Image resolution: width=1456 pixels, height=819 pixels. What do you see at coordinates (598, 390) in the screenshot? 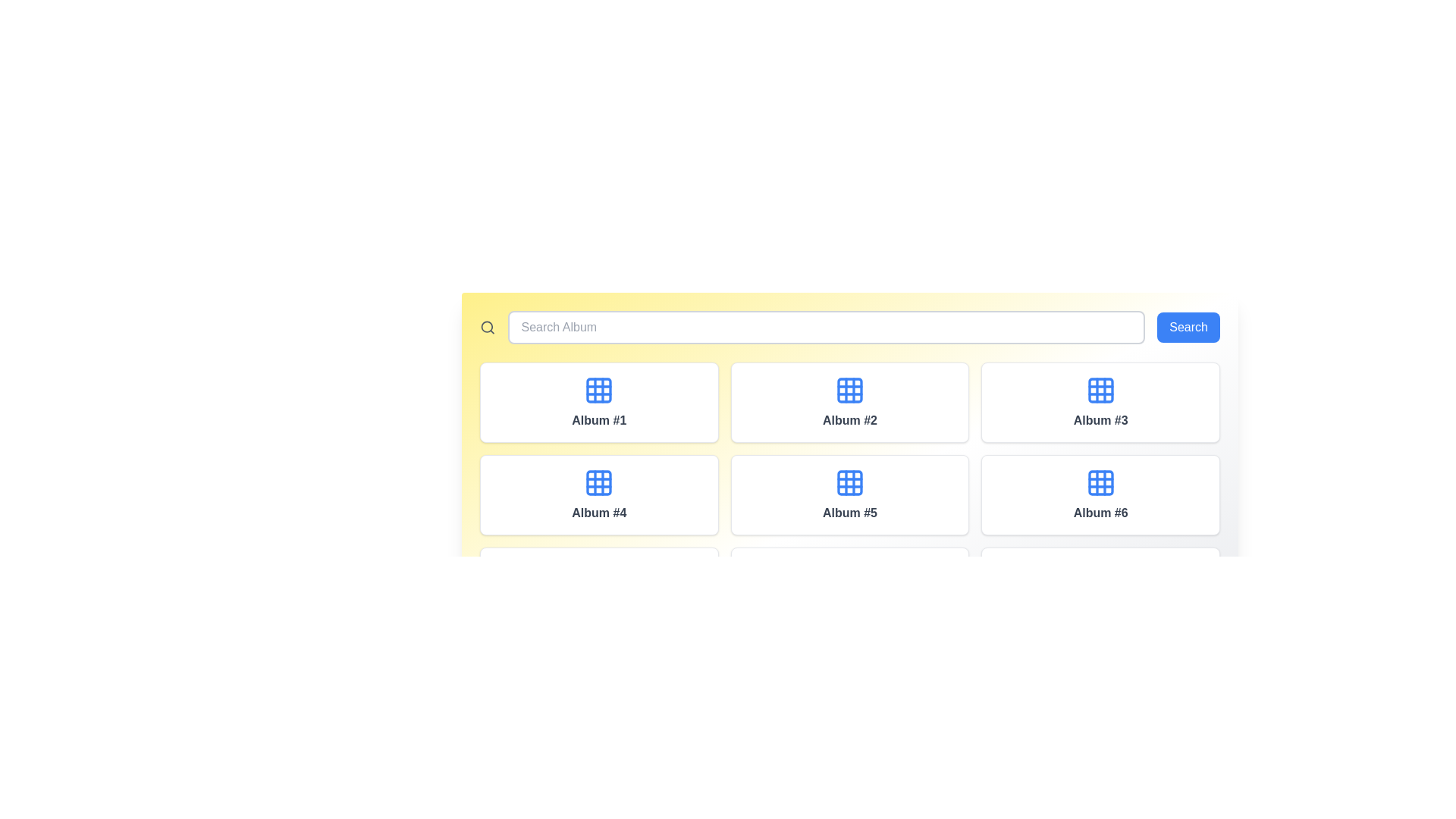
I see `the encompassing icon which is a sub-component of a 3x3 grid icon located in the central cell of the grid above the 'Album #1' label` at bounding box center [598, 390].